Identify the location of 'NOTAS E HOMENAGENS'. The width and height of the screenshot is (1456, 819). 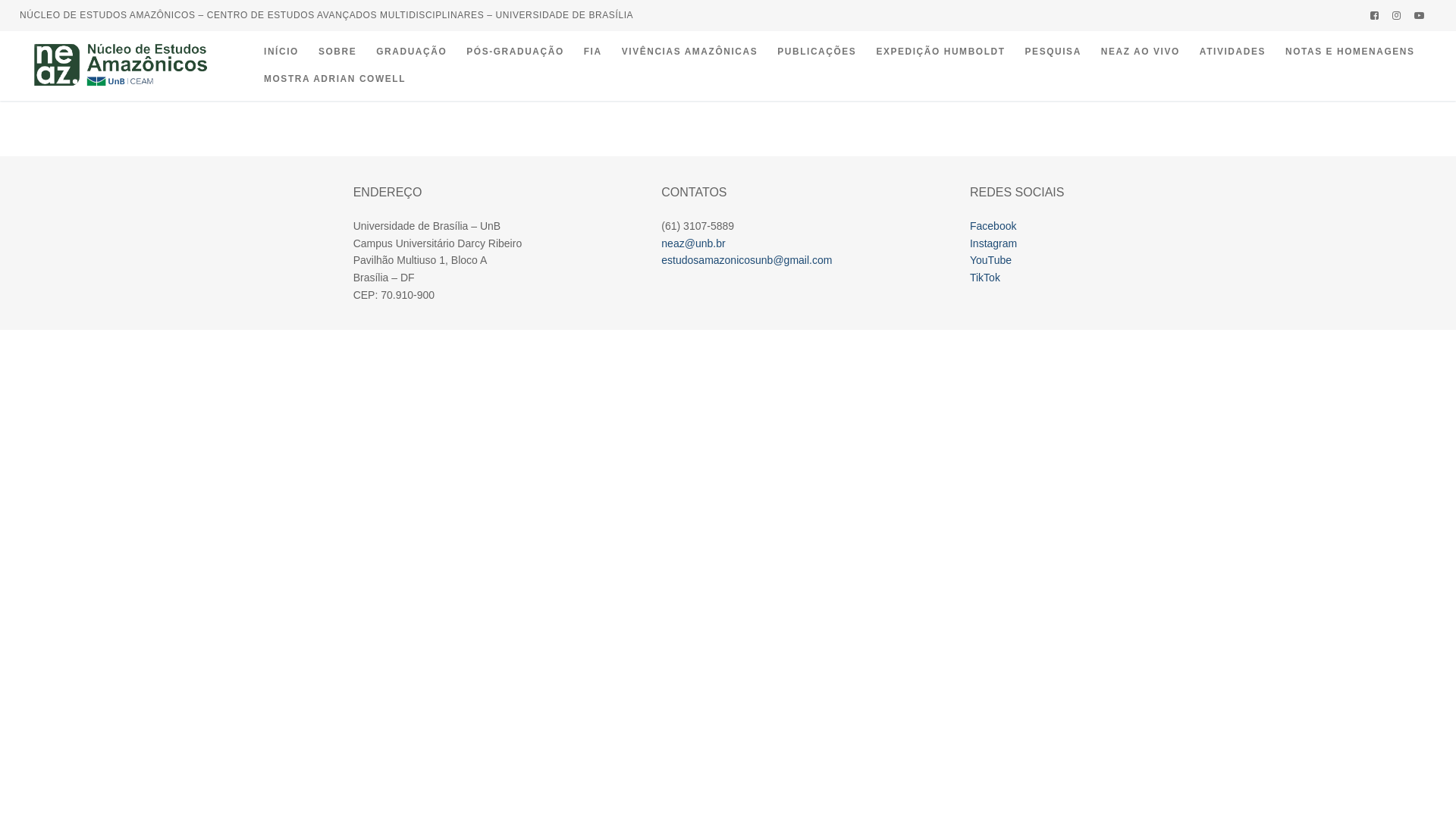
(1350, 52).